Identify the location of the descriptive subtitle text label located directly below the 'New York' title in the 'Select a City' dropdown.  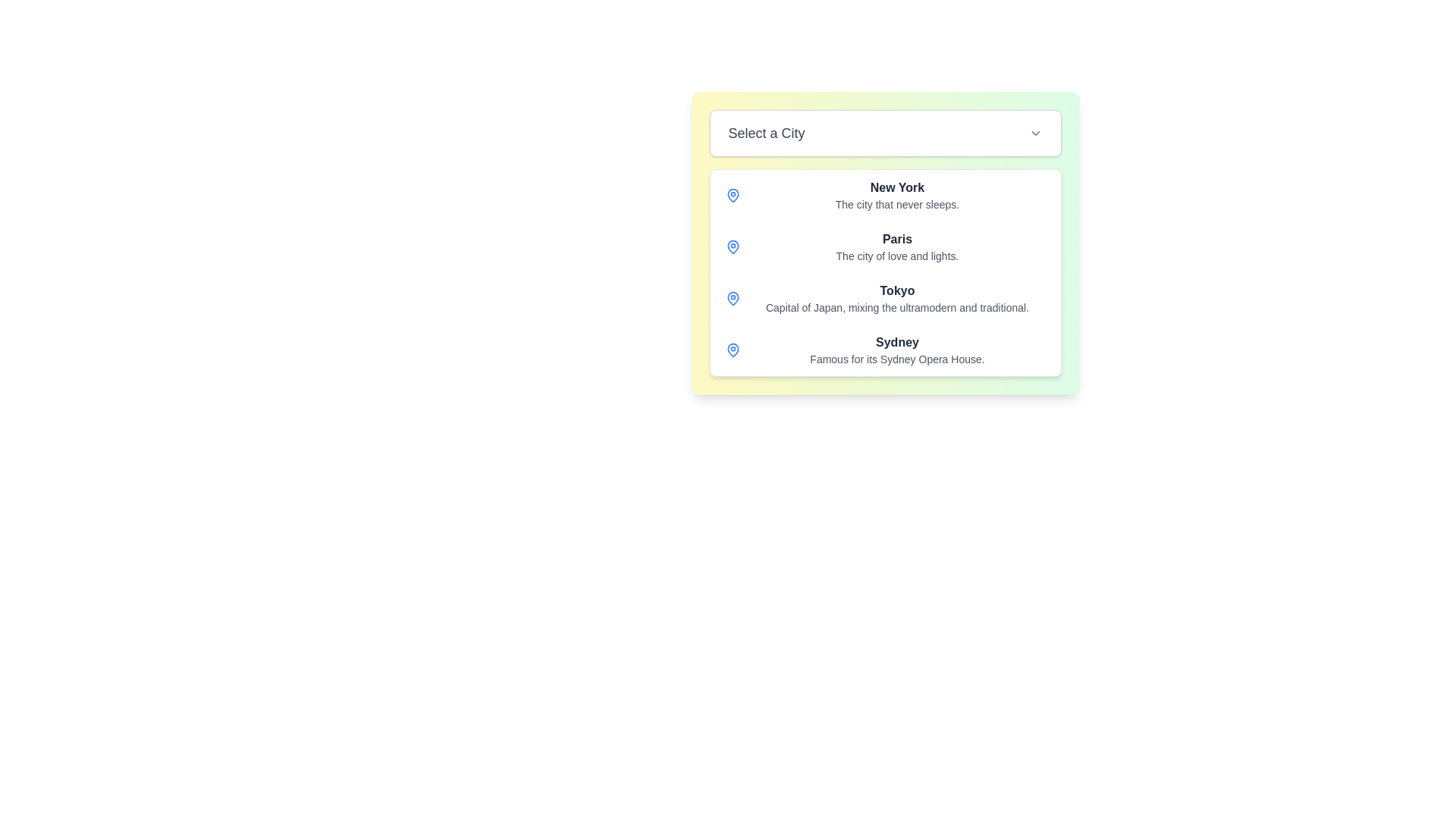
(897, 205).